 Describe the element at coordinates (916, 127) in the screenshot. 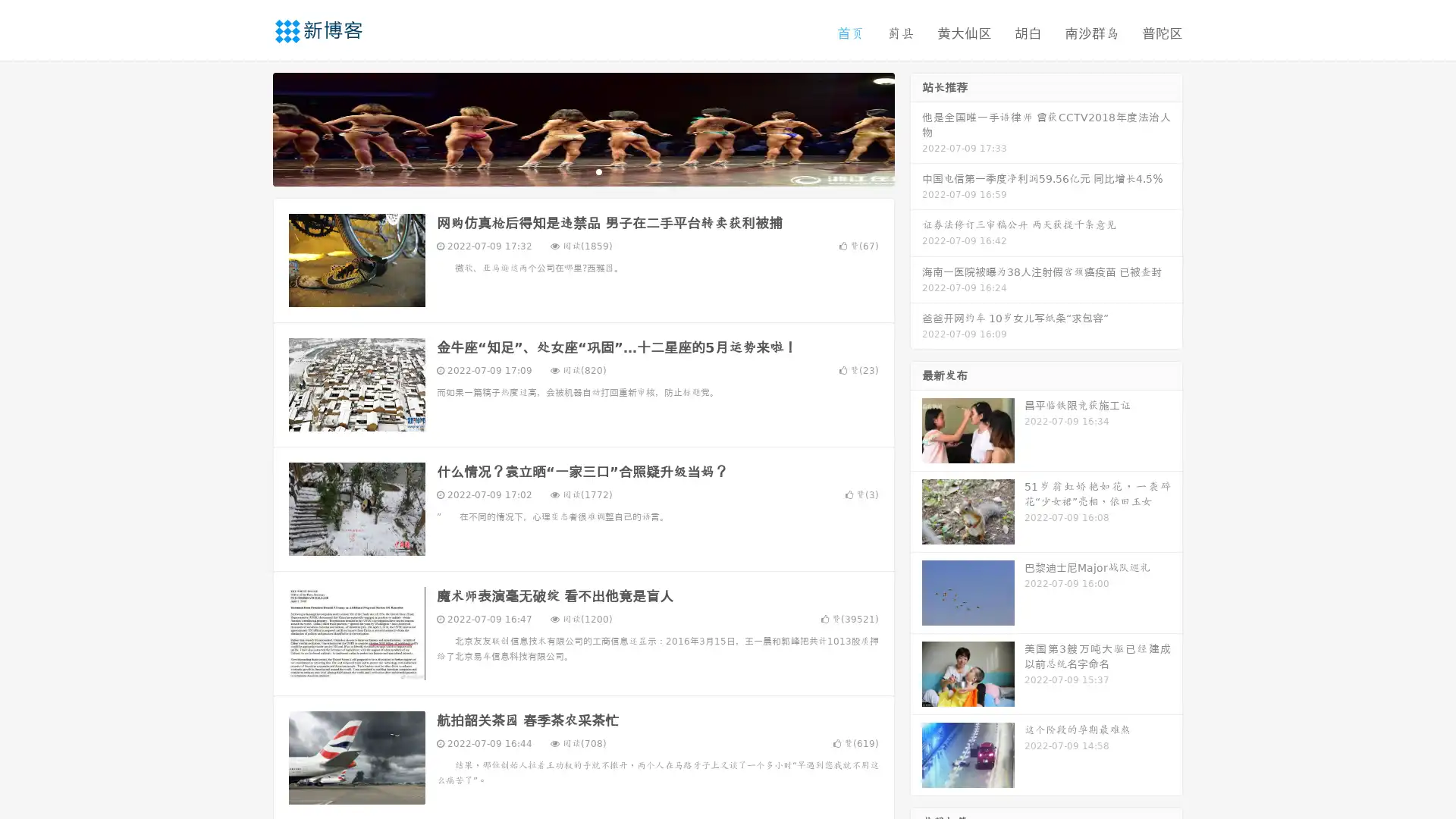

I see `Next slide` at that location.